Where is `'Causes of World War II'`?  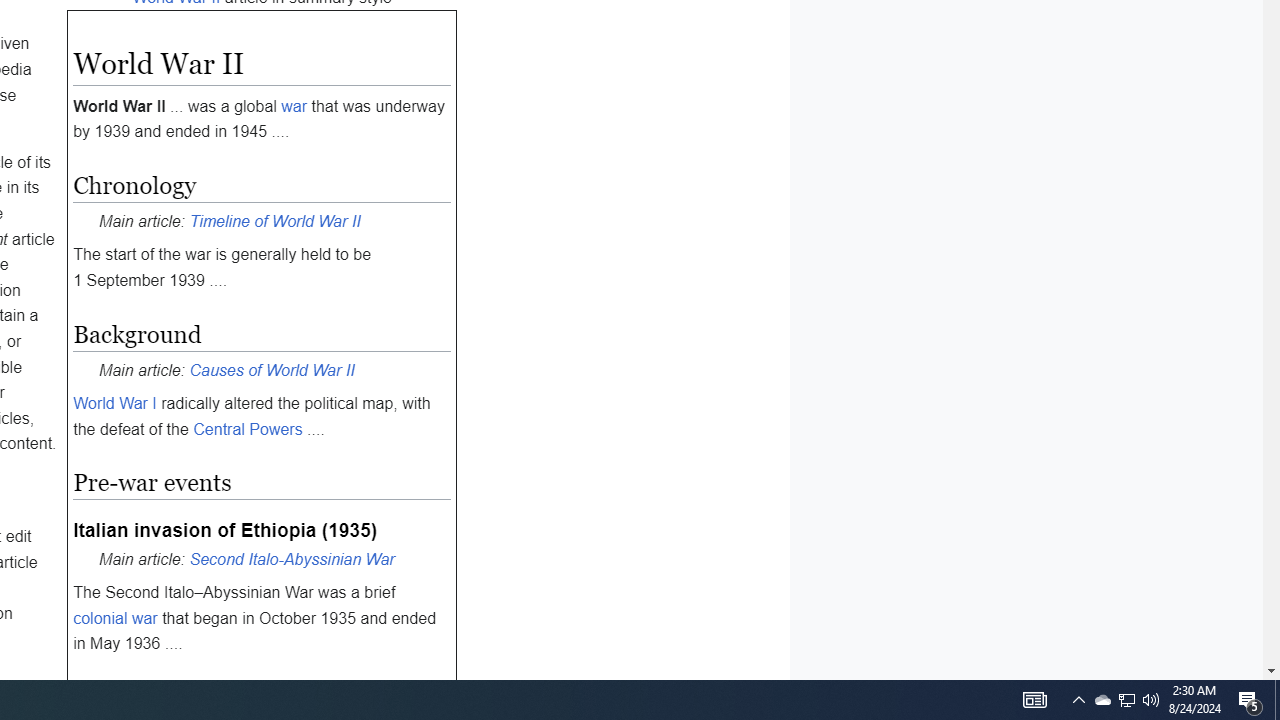 'Causes of World War II' is located at coordinates (271, 369).